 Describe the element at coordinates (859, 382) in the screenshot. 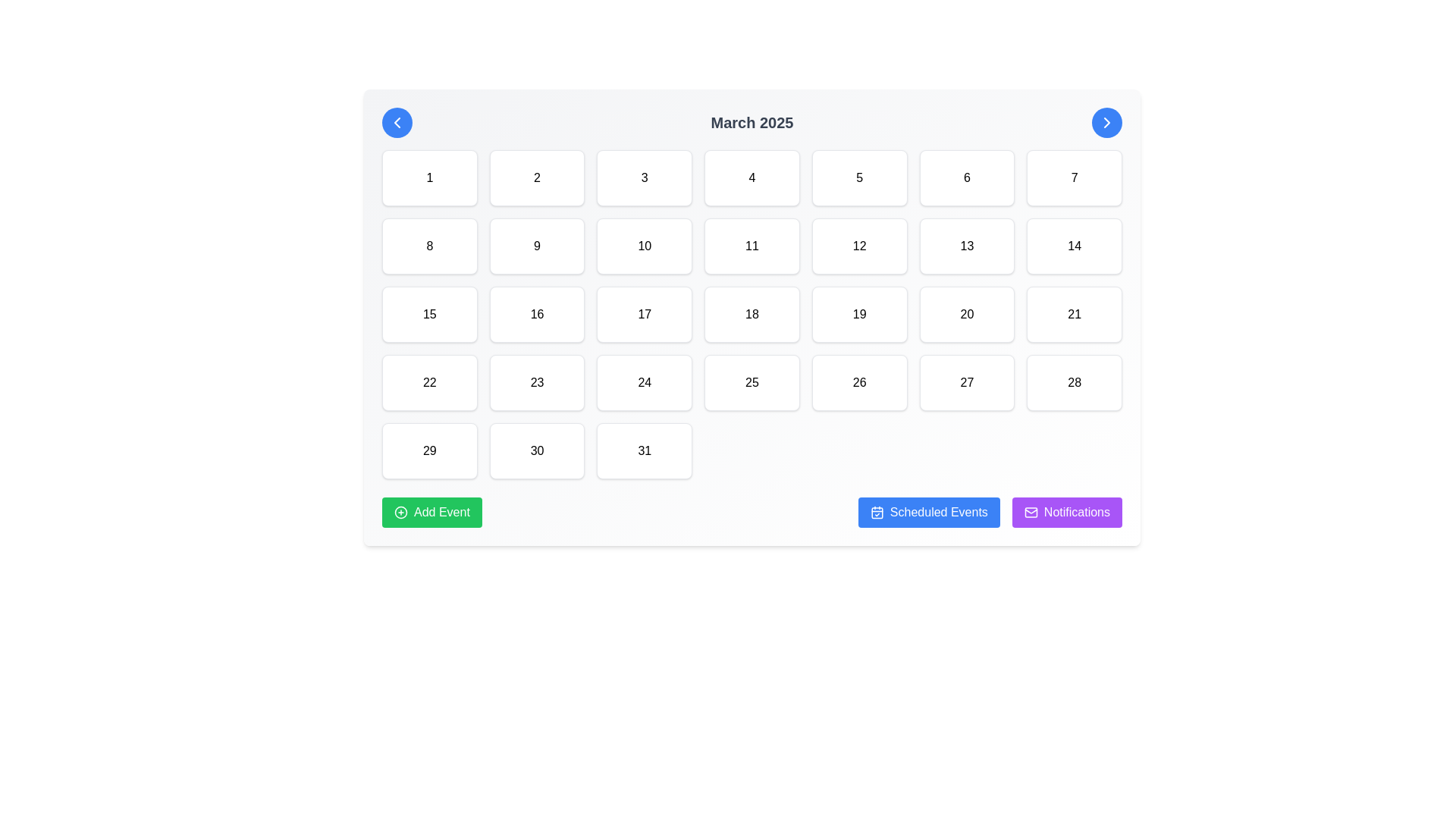

I see `the text box containing the number '26' to trigger a tooltip or highlight` at that location.